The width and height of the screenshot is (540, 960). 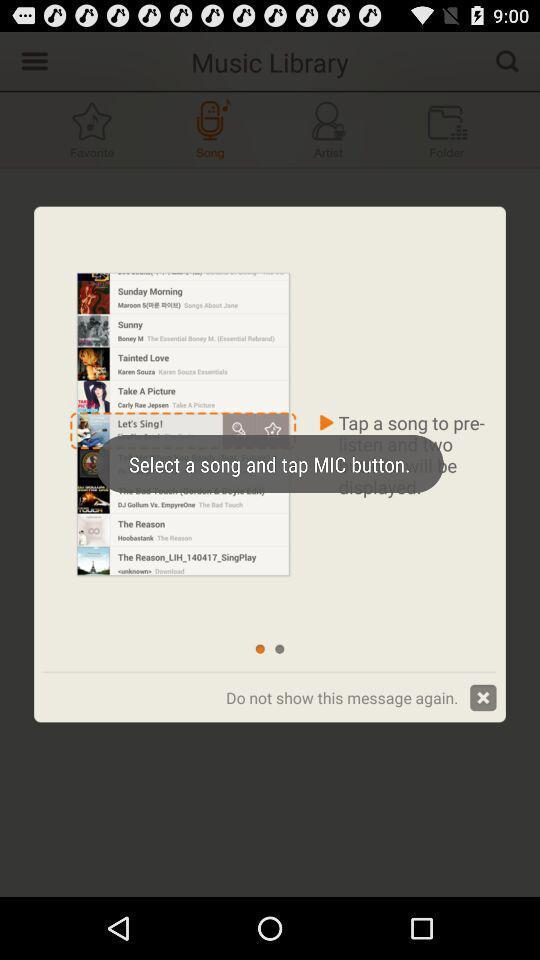 I want to click on open side panel, so click(x=31, y=59).